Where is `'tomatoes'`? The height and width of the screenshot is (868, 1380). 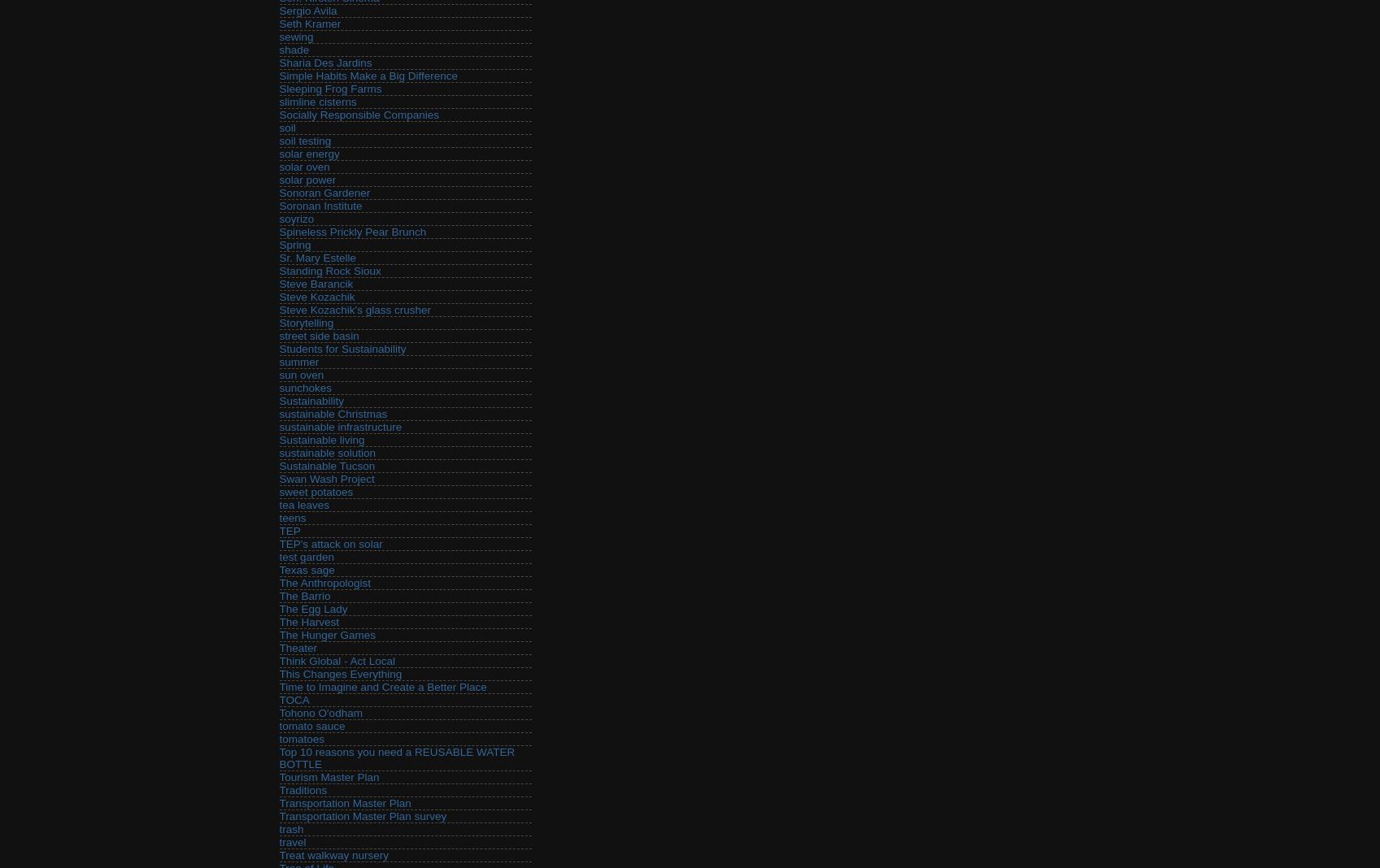 'tomatoes' is located at coordinates (301, 738).